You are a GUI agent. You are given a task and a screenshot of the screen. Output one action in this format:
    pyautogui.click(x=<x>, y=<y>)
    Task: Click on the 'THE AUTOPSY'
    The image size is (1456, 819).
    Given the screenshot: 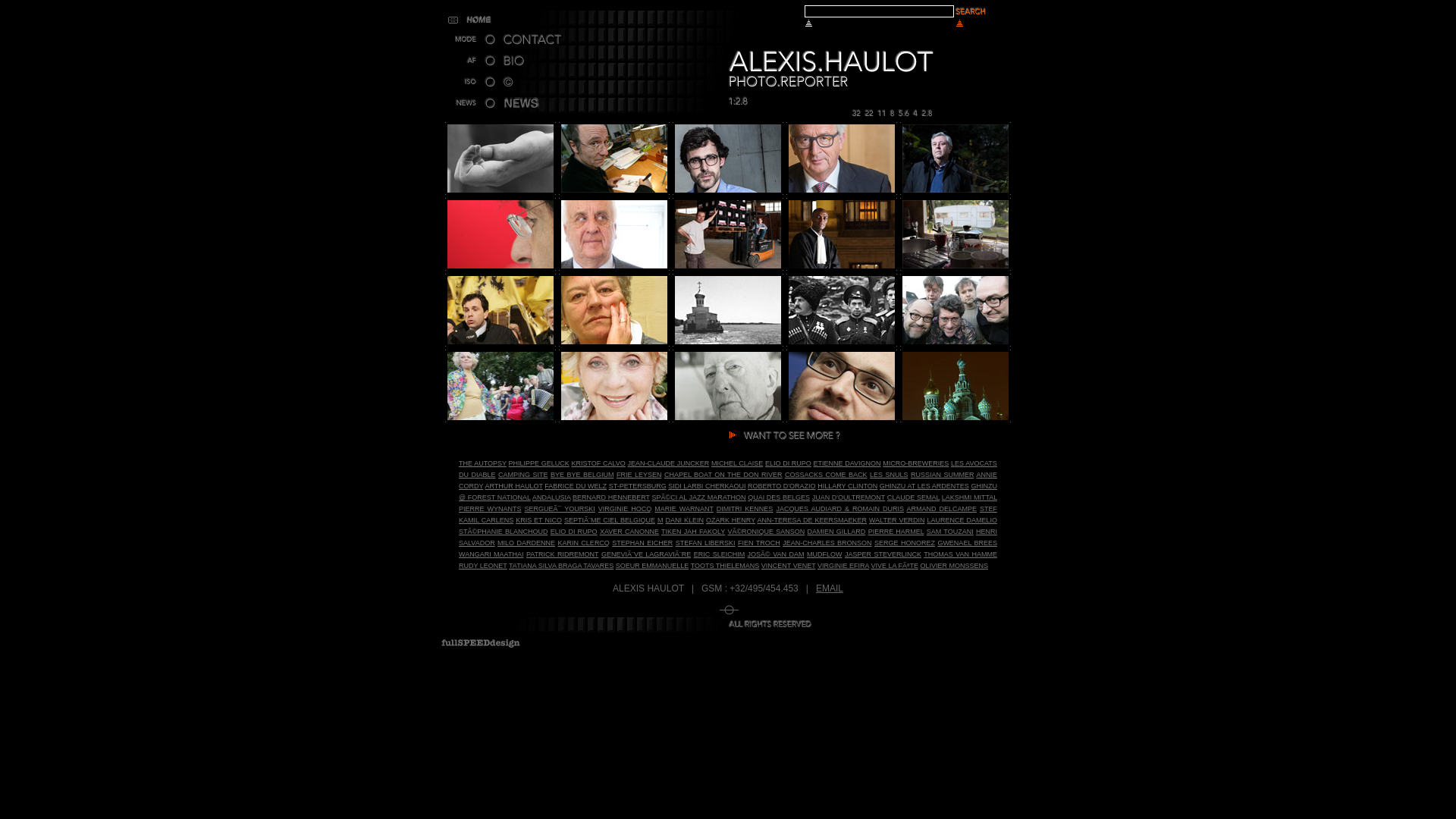 What is the action you would take?
    pyautogui.click(x=482, y=462)
    